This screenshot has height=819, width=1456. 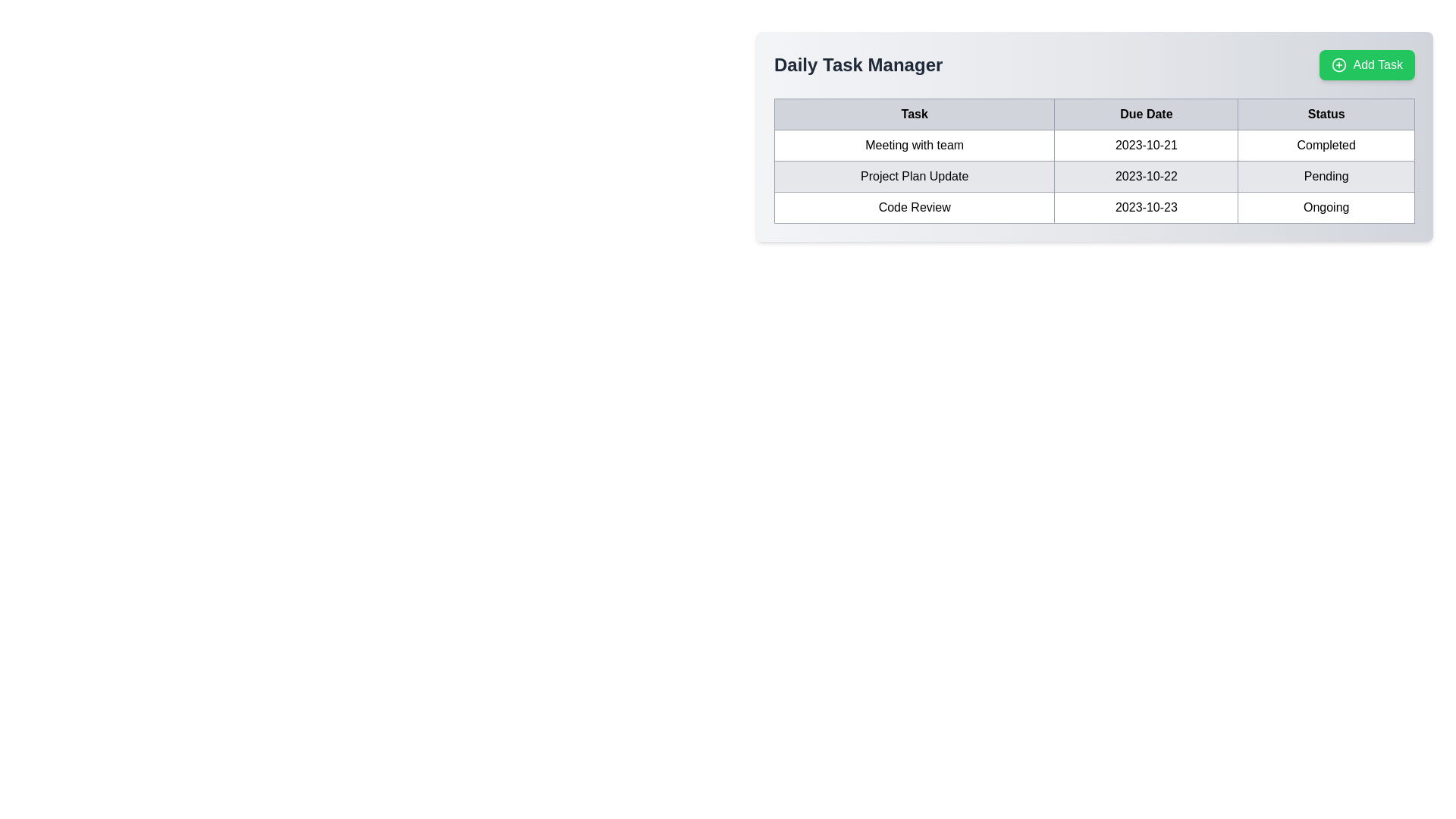 I want to click on the green button labeled 'Add Task', so click(x=1339, y=64).